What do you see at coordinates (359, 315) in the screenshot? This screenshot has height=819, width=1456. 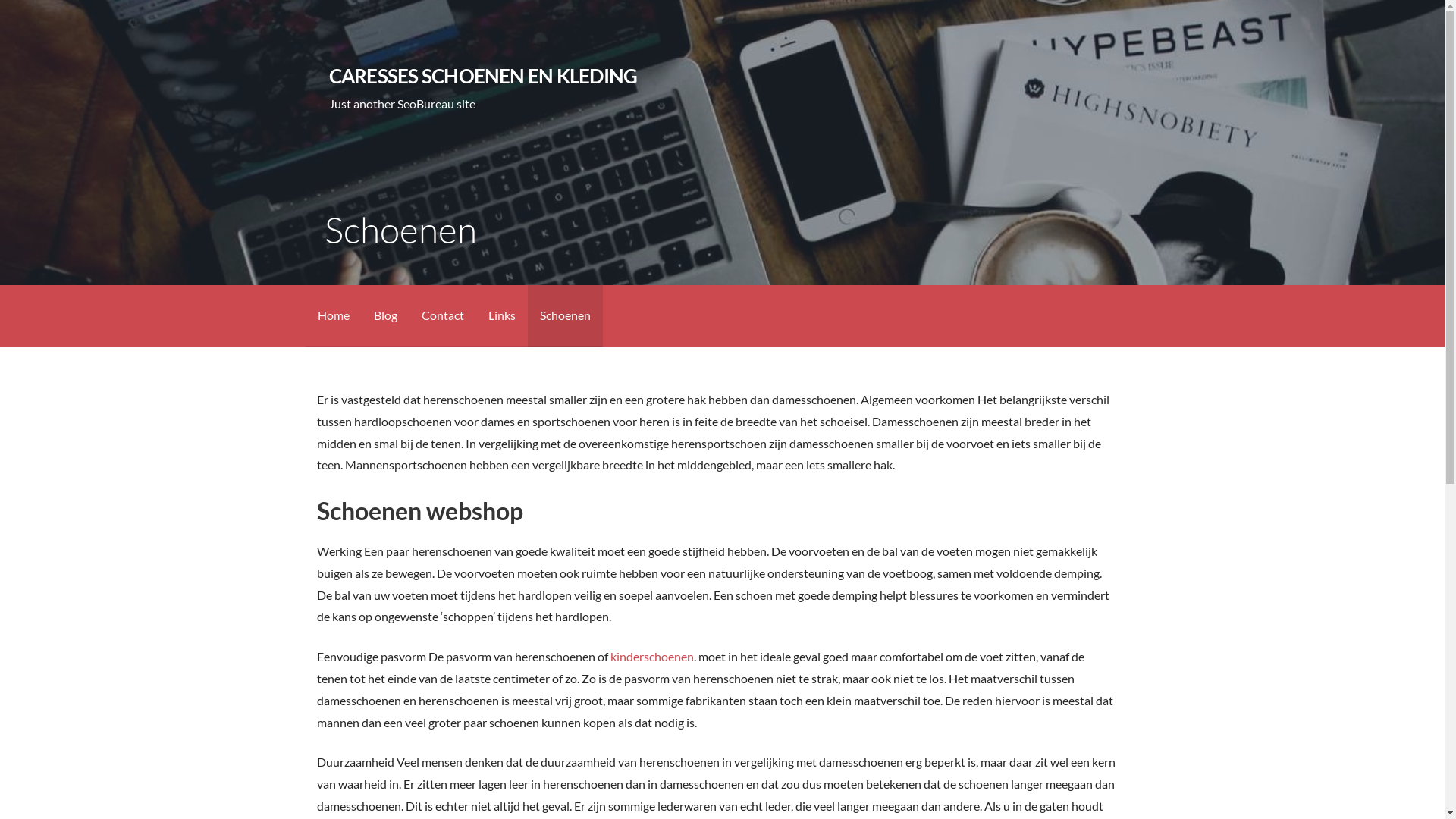 I see `'Blog'` at bounding box center [359, 315].